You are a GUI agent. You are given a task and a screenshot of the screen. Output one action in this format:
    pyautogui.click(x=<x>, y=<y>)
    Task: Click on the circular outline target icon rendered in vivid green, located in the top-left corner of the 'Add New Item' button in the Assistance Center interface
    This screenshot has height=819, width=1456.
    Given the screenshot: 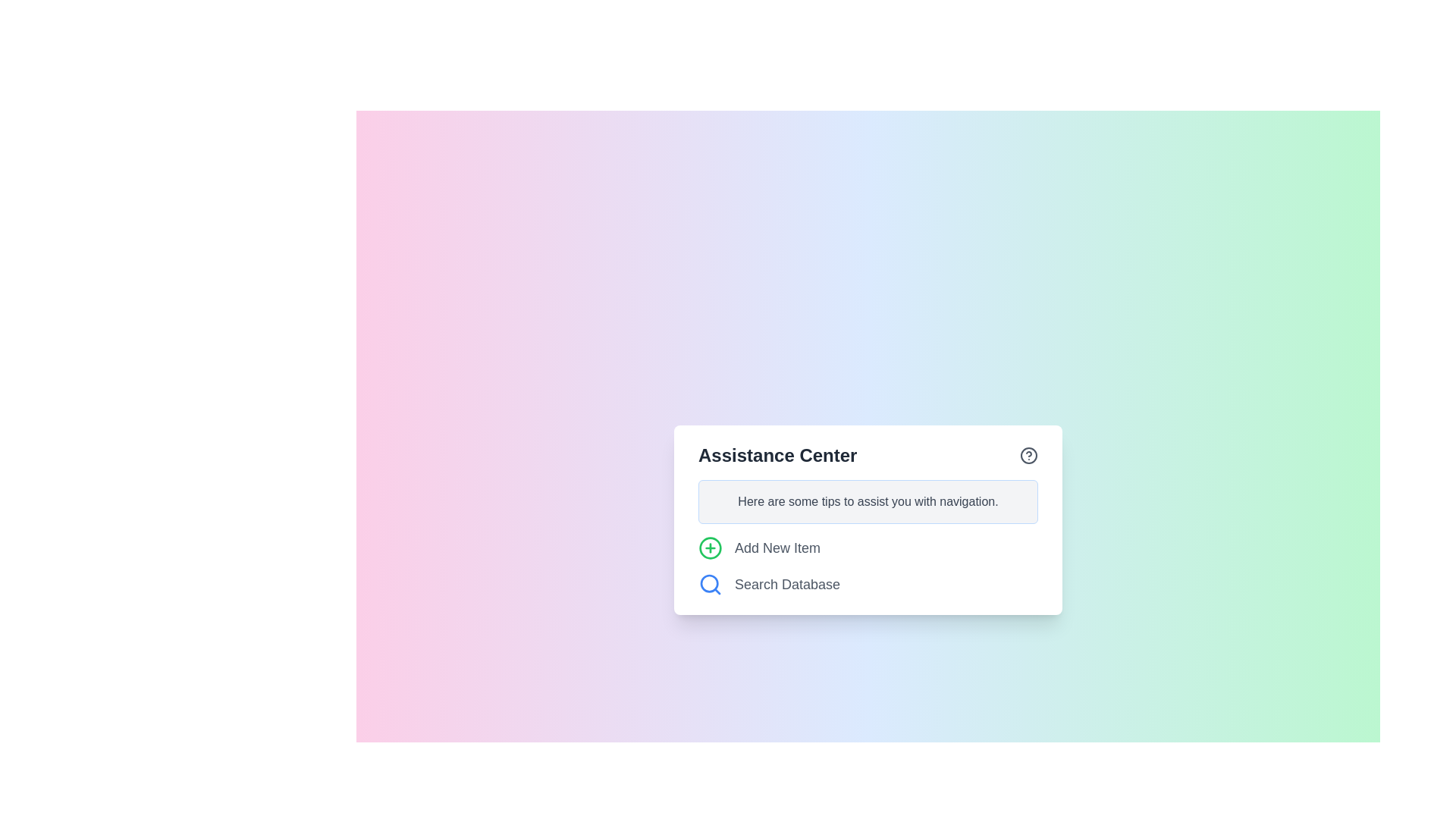 What is the action you would take?
    pyautogui.click(x=709, y=548)
    